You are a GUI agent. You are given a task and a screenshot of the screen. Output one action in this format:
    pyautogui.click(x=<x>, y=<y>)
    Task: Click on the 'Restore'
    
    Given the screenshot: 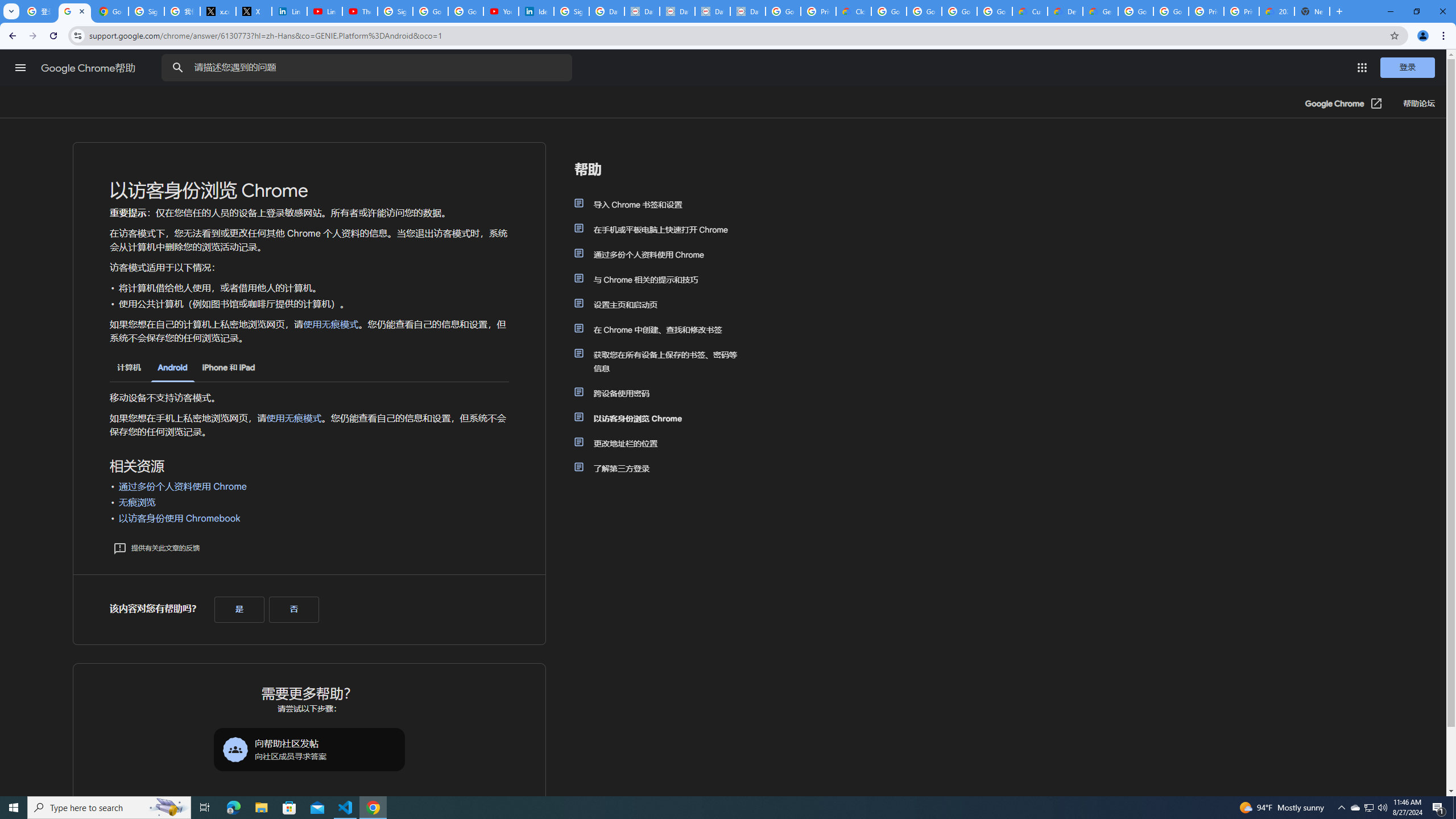 What is the action you would take?
    pyautogui.click(x=1416, y=11)
    